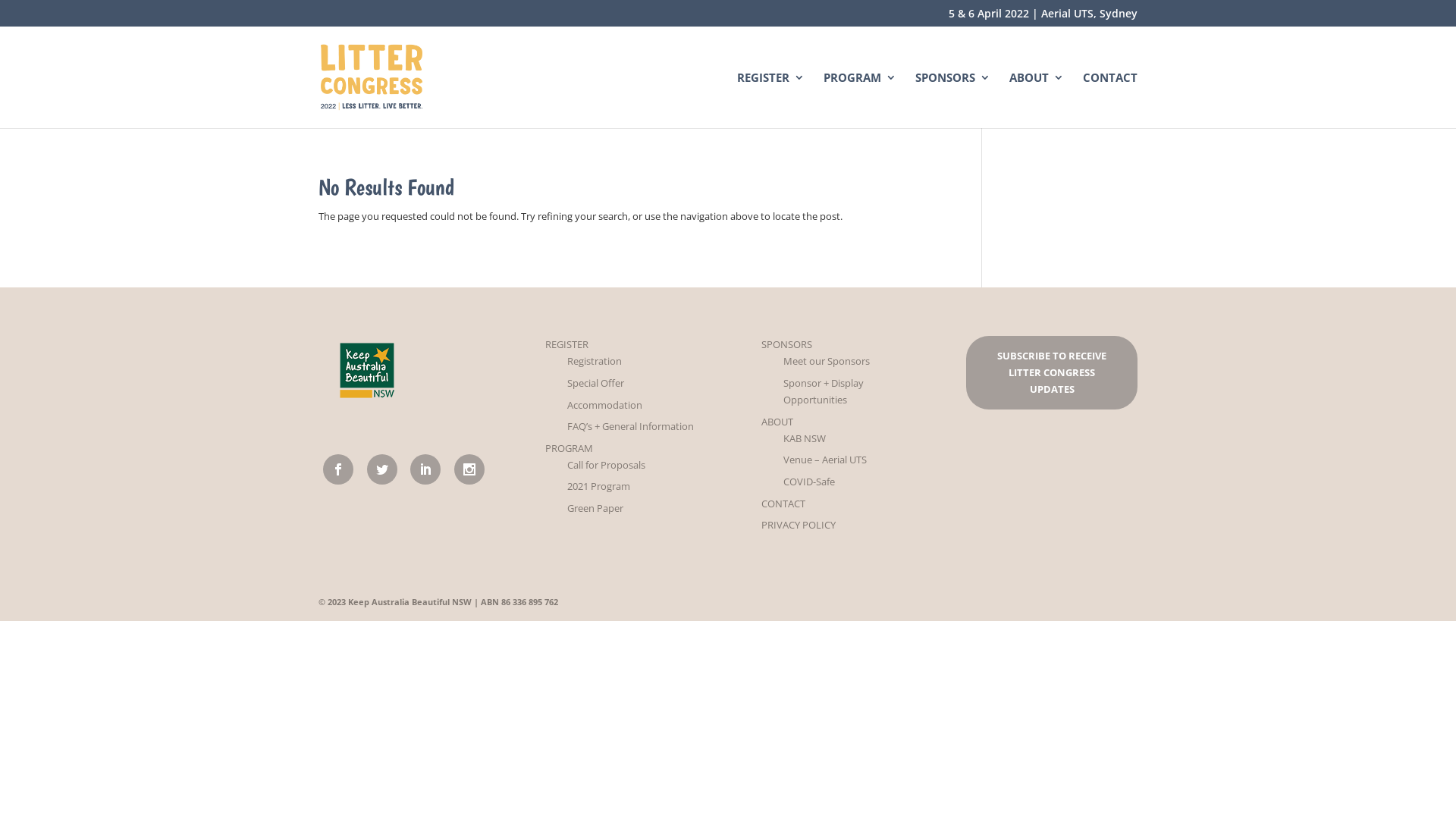 Image resolution: width=1456 pixels, height=819 pixels. Describe the element at coordinates (770, 99) in the screenshot. I see `'REGISTER'` at that location.